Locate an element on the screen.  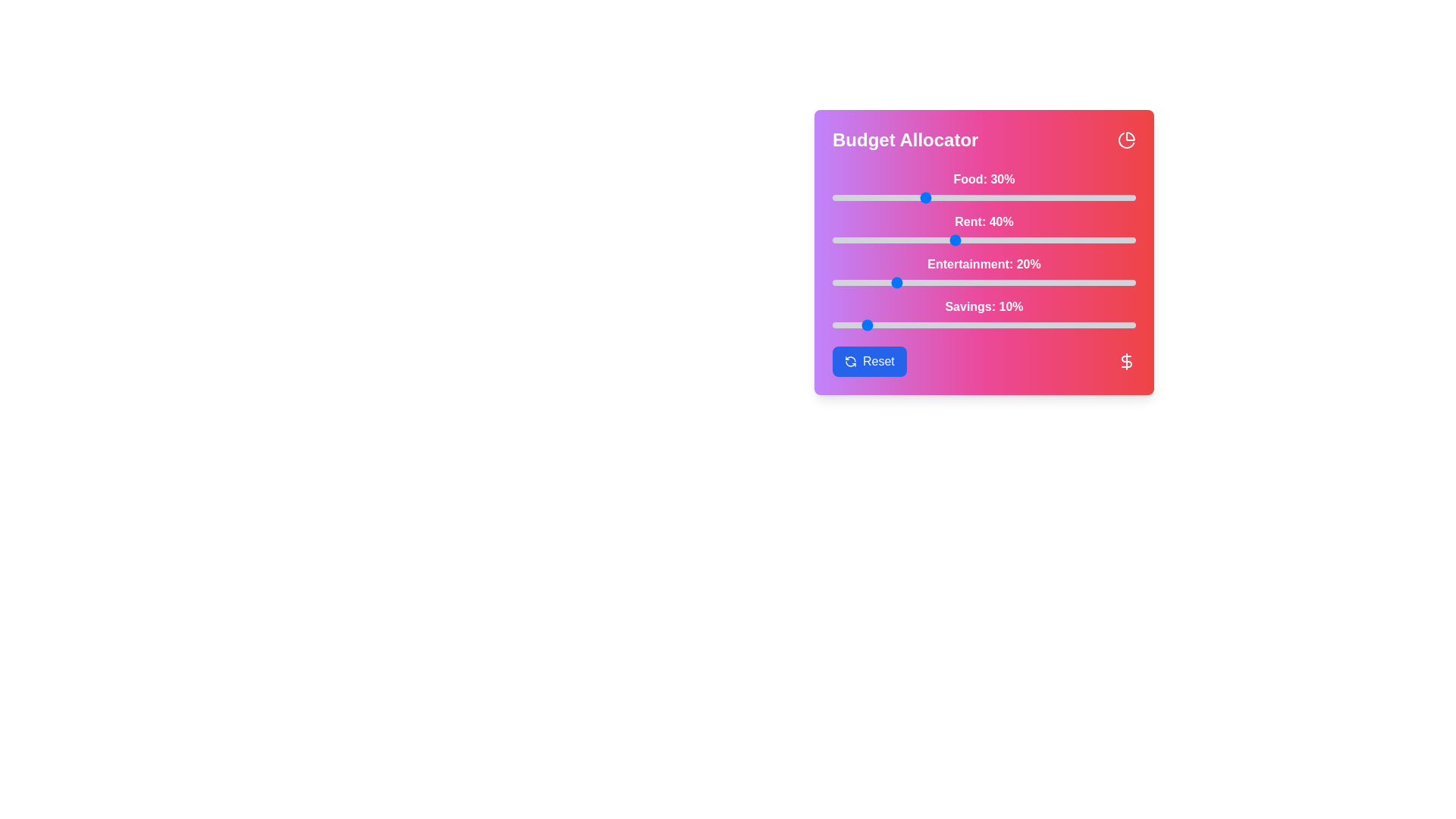
the savings percentage is located at coordinates (926, 324).